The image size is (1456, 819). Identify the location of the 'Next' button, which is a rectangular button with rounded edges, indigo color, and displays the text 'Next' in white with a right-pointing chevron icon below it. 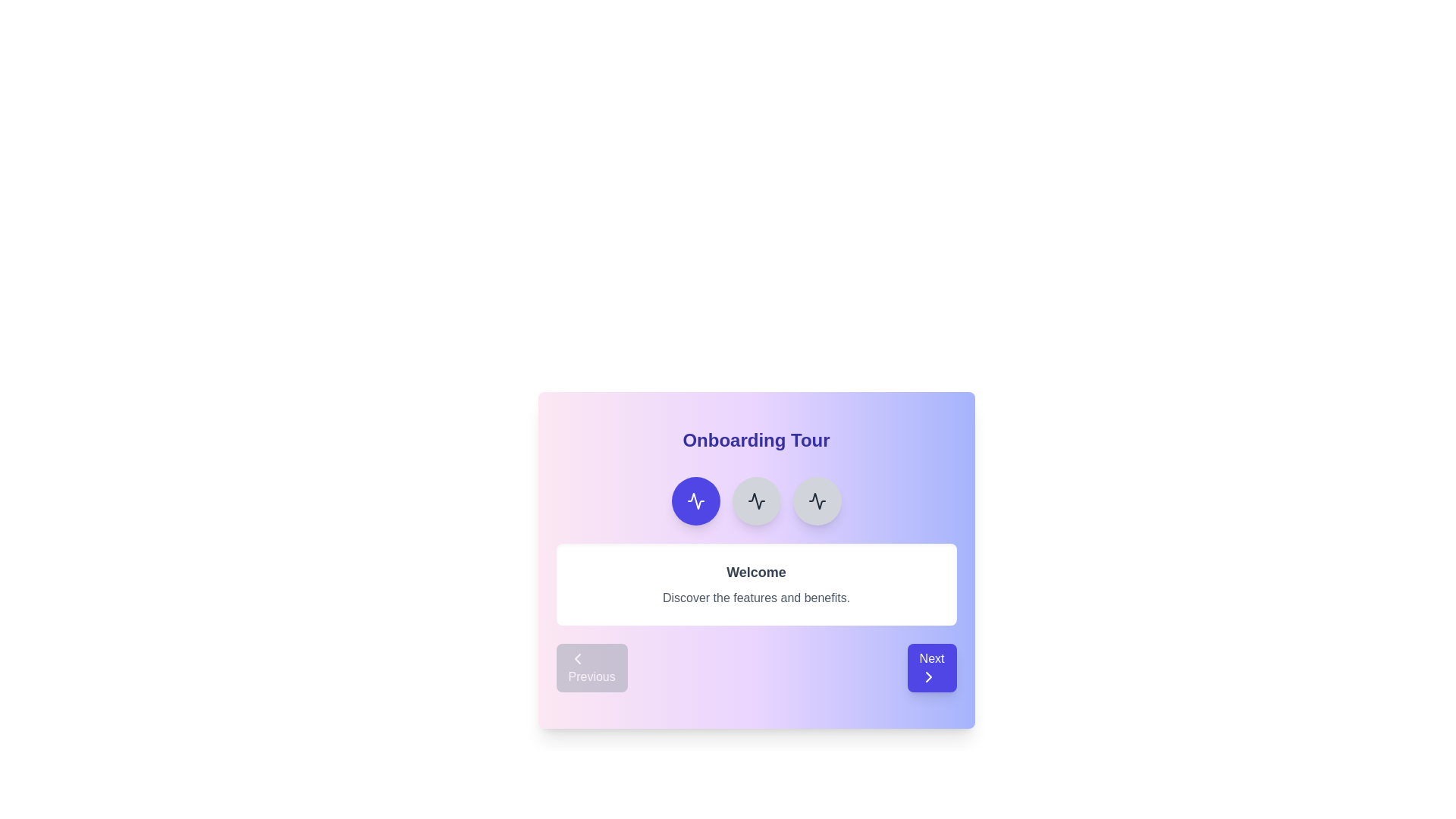
(930, 667).